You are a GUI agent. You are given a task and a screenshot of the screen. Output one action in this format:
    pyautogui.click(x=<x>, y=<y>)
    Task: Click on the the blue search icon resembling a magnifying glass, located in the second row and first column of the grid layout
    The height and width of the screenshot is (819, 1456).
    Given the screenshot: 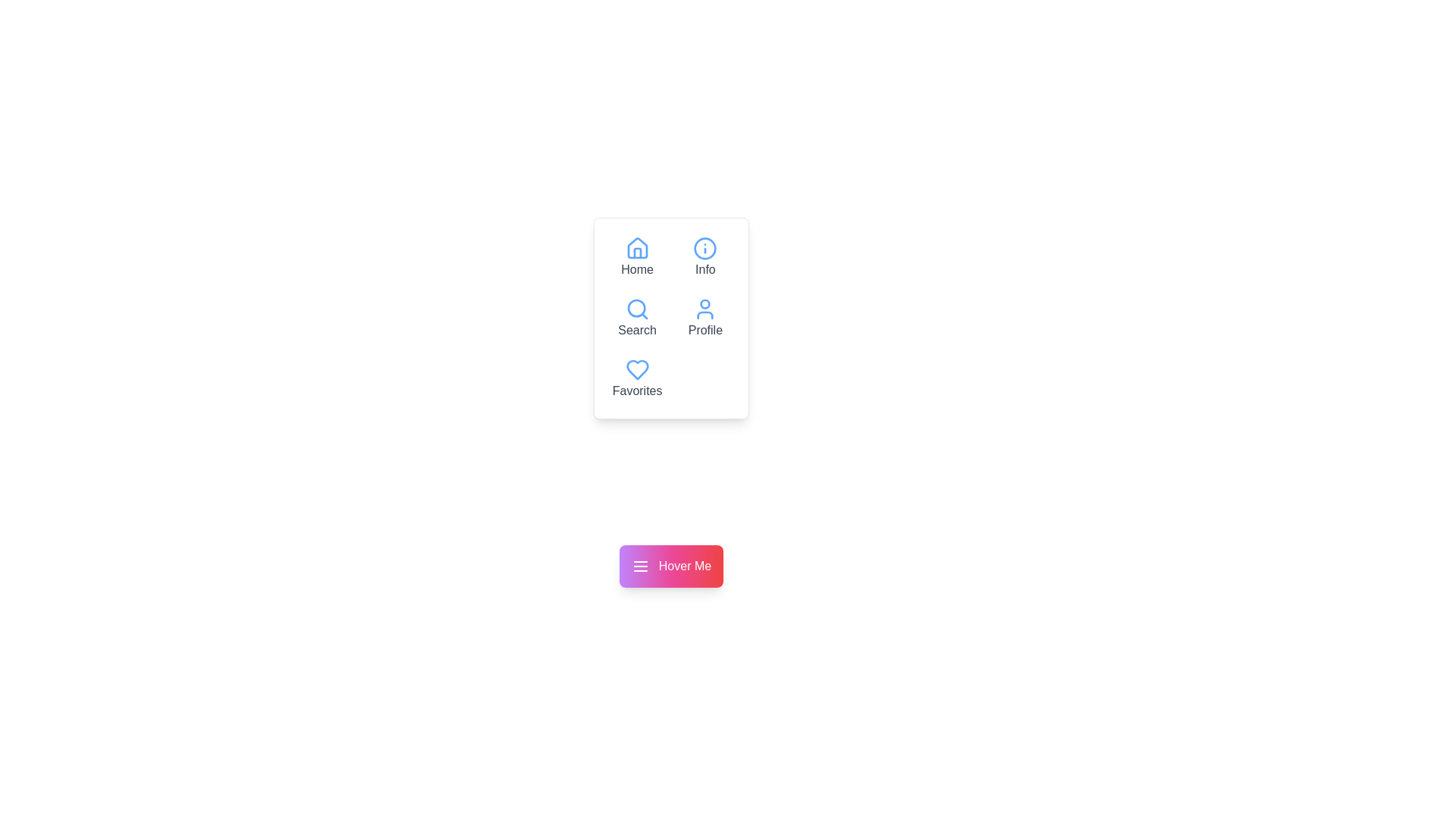 What is the action you would take?
    pyautogui.click(x=637, y=309)
    